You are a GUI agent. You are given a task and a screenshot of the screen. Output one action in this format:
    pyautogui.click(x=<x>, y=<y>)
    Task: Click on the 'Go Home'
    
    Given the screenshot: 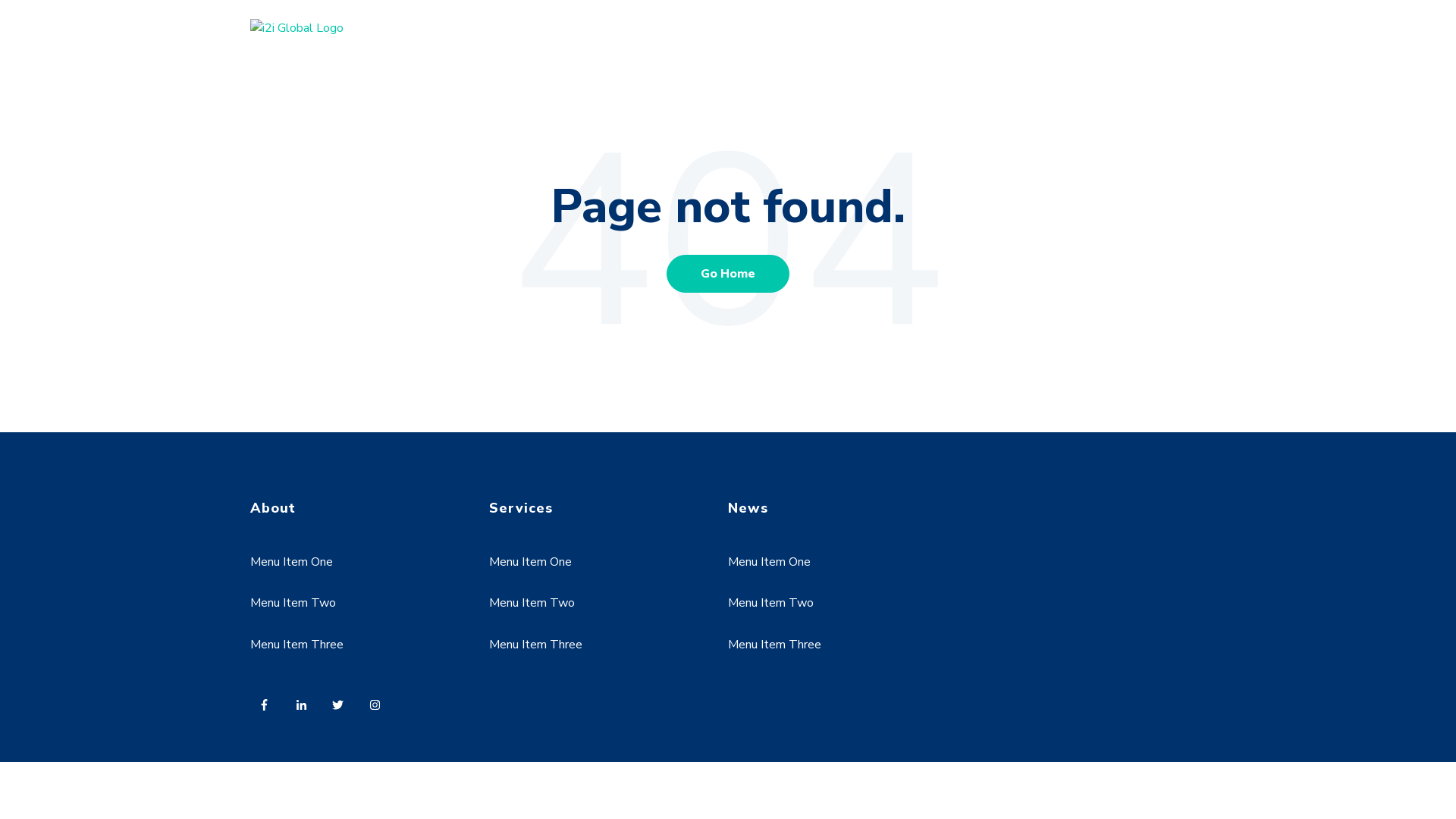 What is the action you would take?
    pyautogui.click(x=728, y=274)
    